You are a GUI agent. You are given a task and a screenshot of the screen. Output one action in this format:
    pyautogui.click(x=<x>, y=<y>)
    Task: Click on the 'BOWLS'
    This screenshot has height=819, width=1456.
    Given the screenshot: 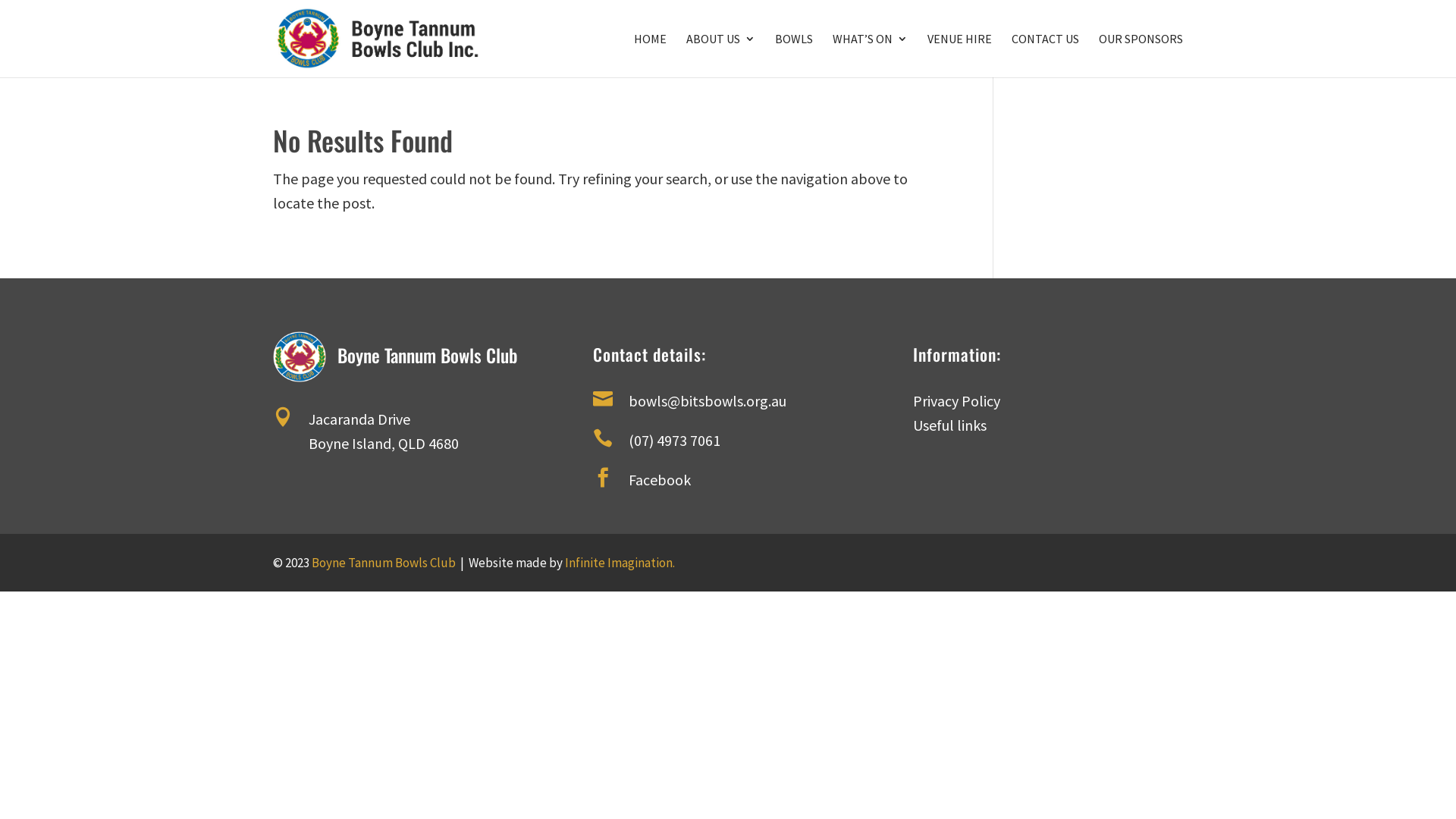 What is the action you would take?
    pyautogui.click(x=775, y=55)
    